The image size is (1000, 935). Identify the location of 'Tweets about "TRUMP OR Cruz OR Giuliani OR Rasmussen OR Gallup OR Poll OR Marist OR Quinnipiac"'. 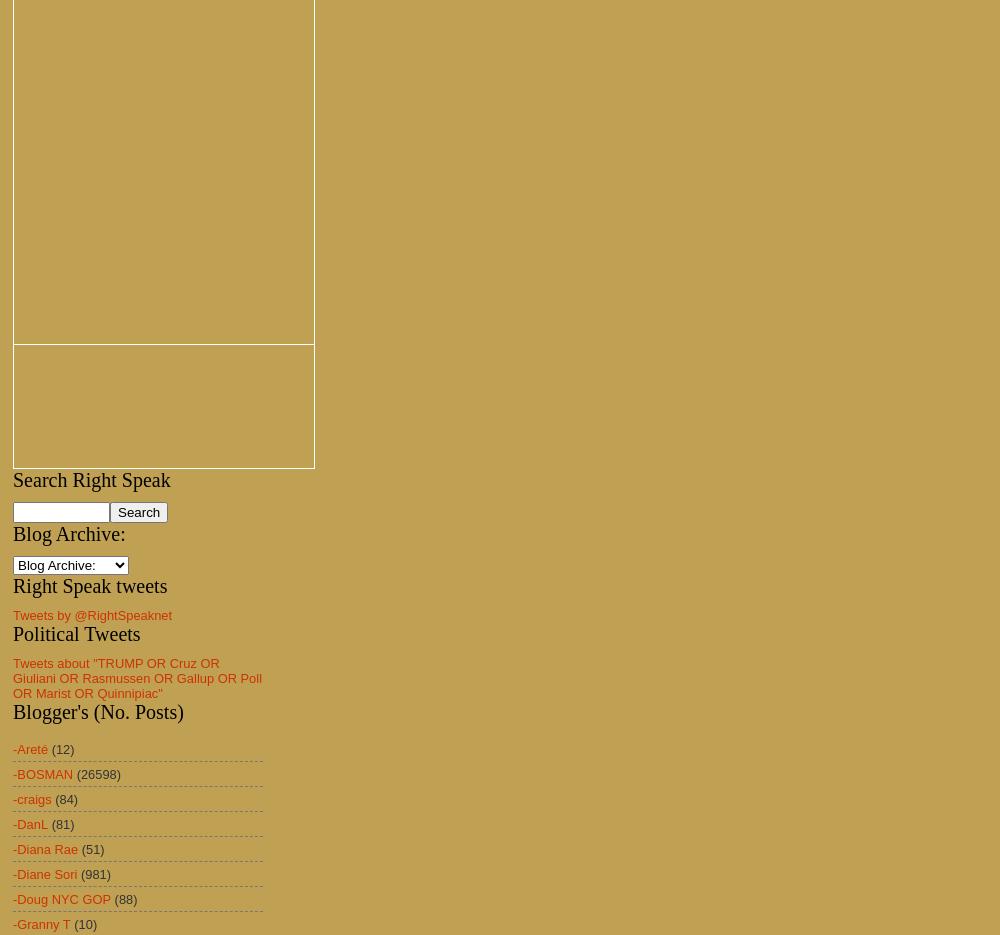
(137, 678).